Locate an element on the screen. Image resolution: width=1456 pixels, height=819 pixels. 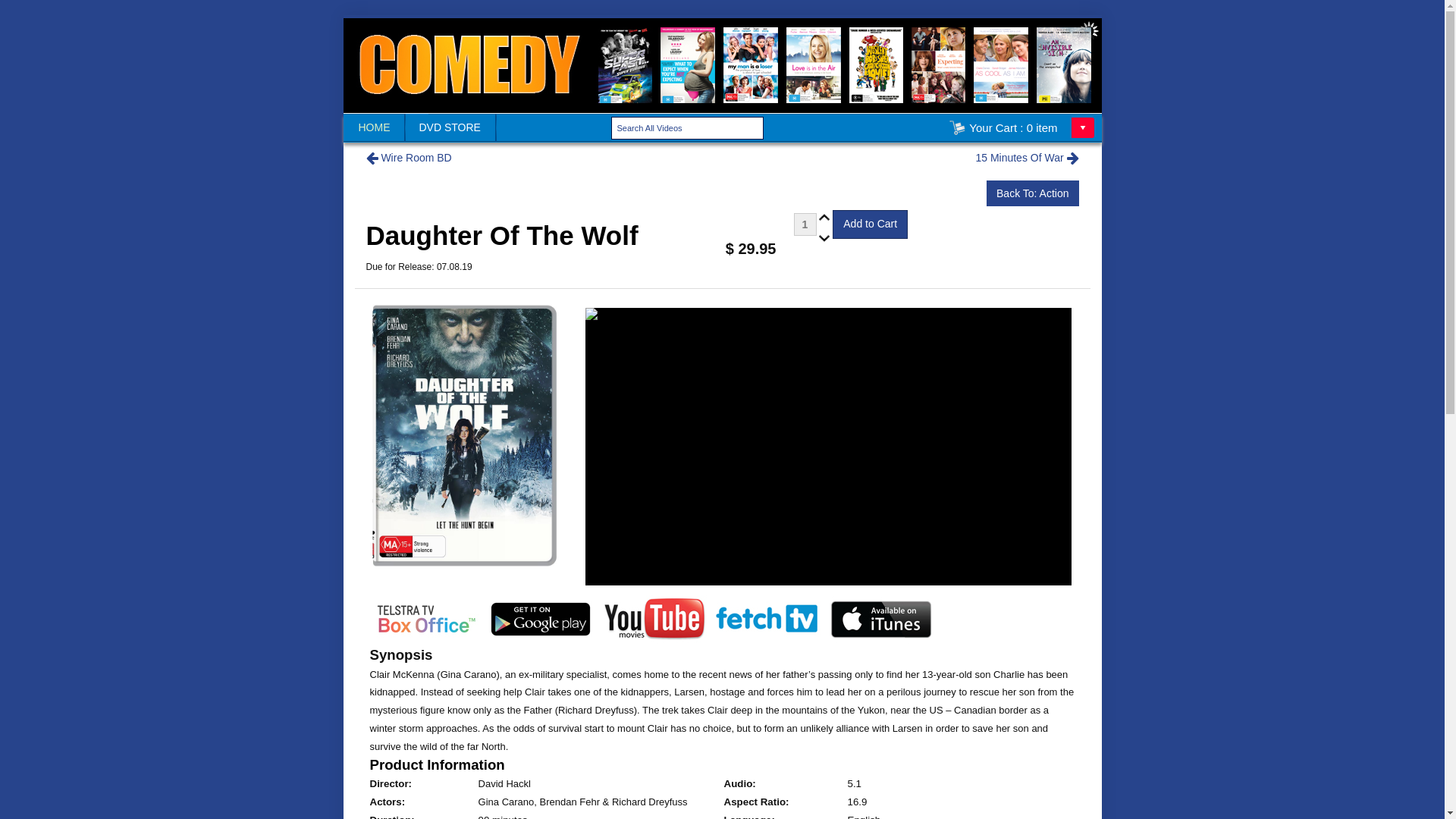
'Add to Cart' is located at coordinates (870, 224).